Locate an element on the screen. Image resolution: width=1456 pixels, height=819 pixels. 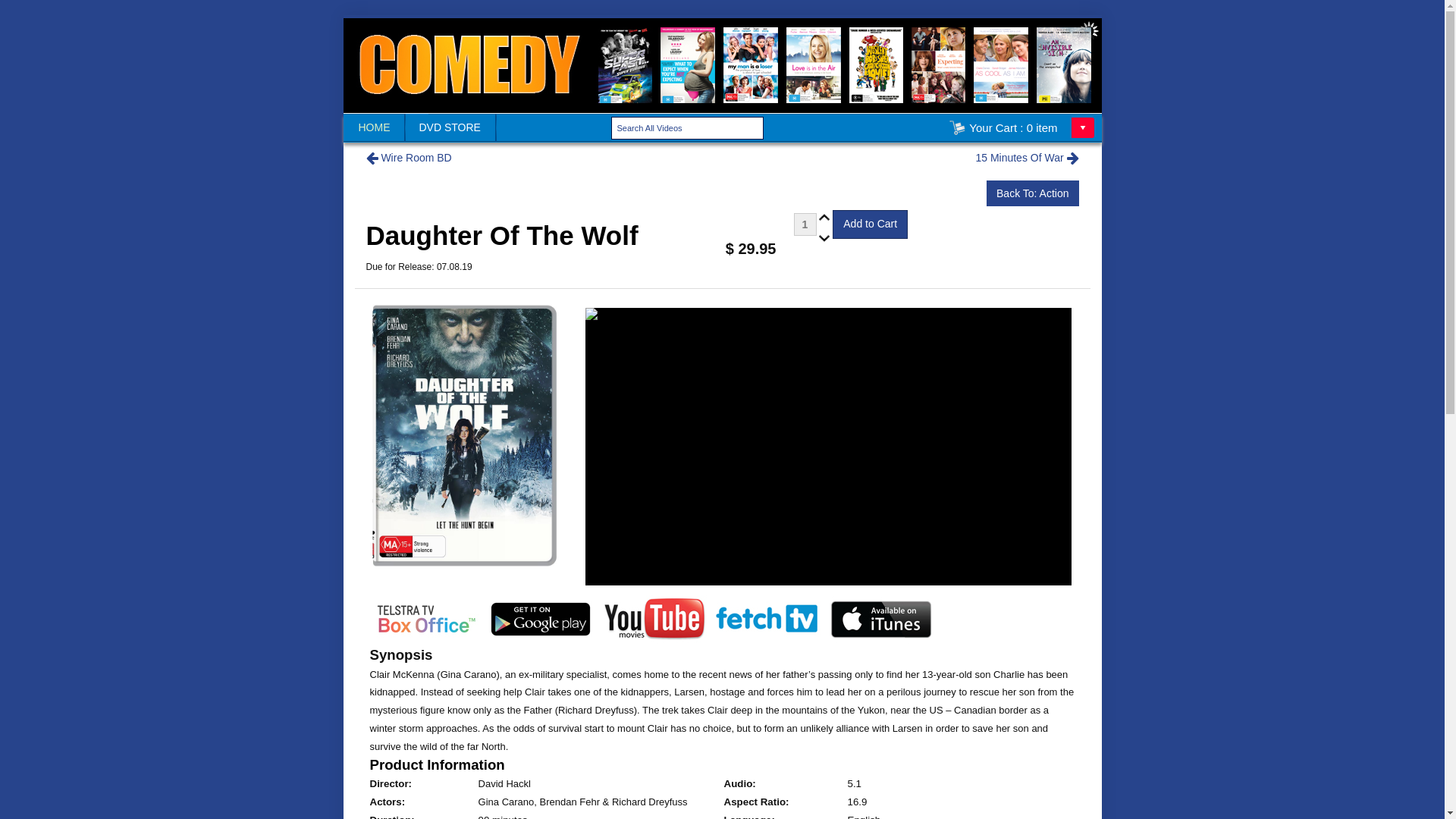
'Add to Cart' is located at coordinates (870, 224).